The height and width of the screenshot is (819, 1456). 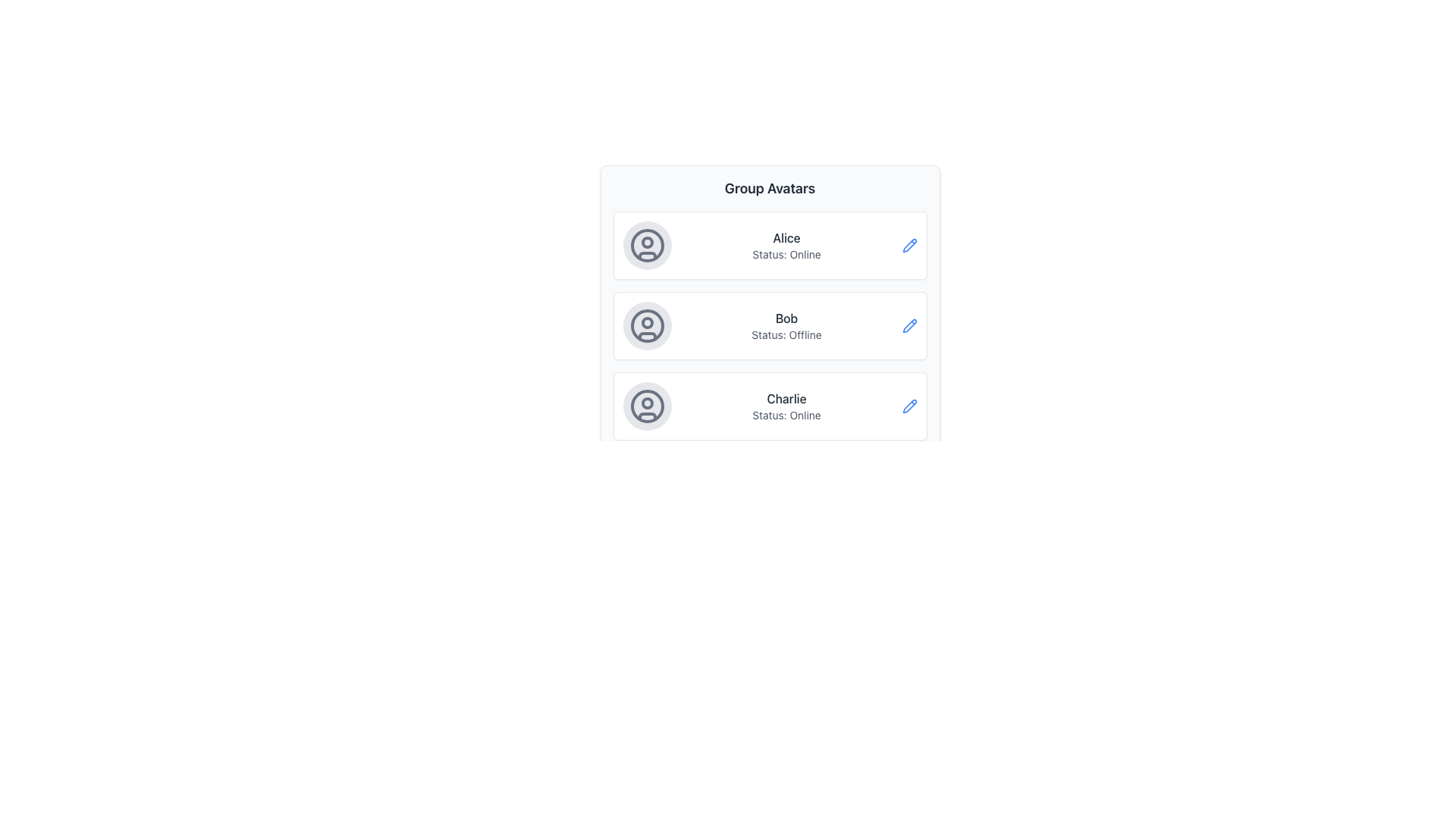 What do you see at coordinates (647, 325) in the screenshot?
I see `the circular user avatar icon representing 'Bob', which has a light gray background and a darker gray user outline, located in the second row of the user list` at bounding box center [647, 325].